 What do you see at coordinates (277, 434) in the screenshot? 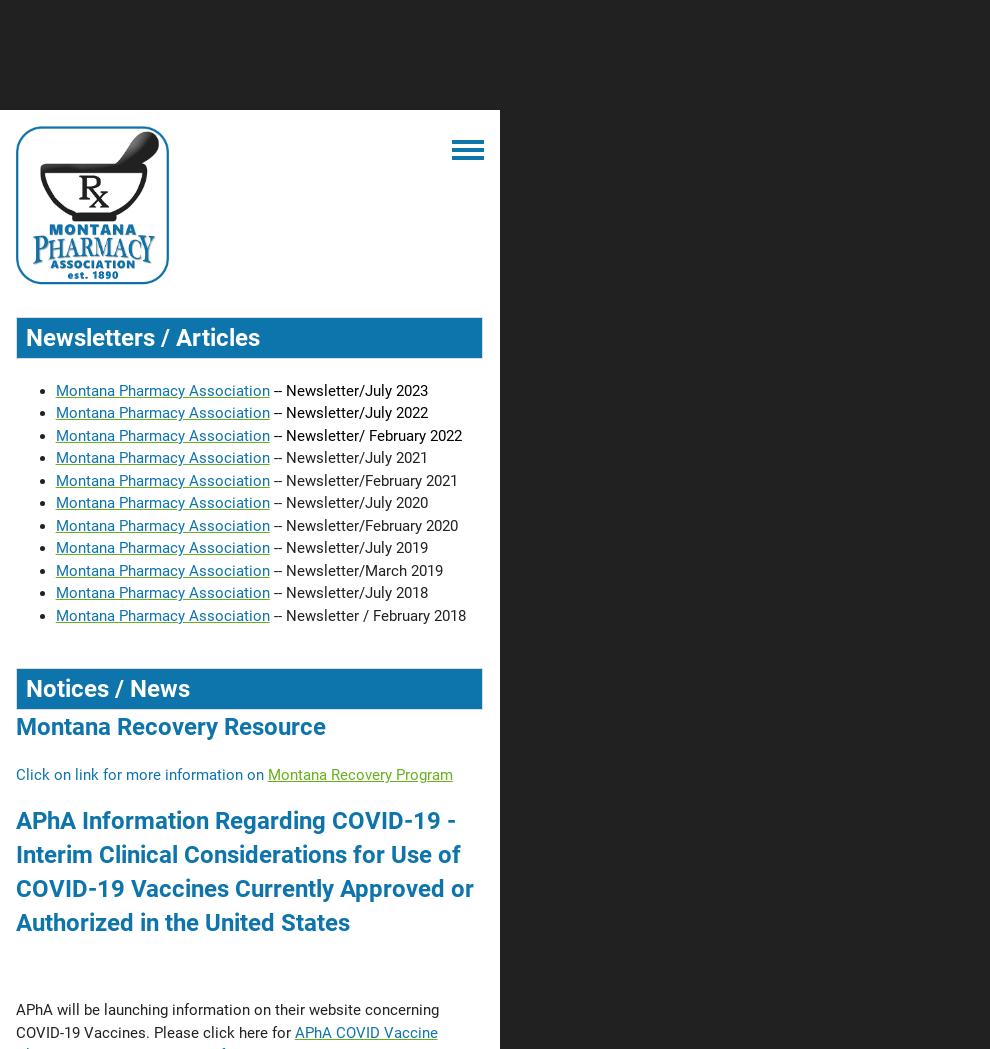
I see `'--'` at bounding box center [277, 434].